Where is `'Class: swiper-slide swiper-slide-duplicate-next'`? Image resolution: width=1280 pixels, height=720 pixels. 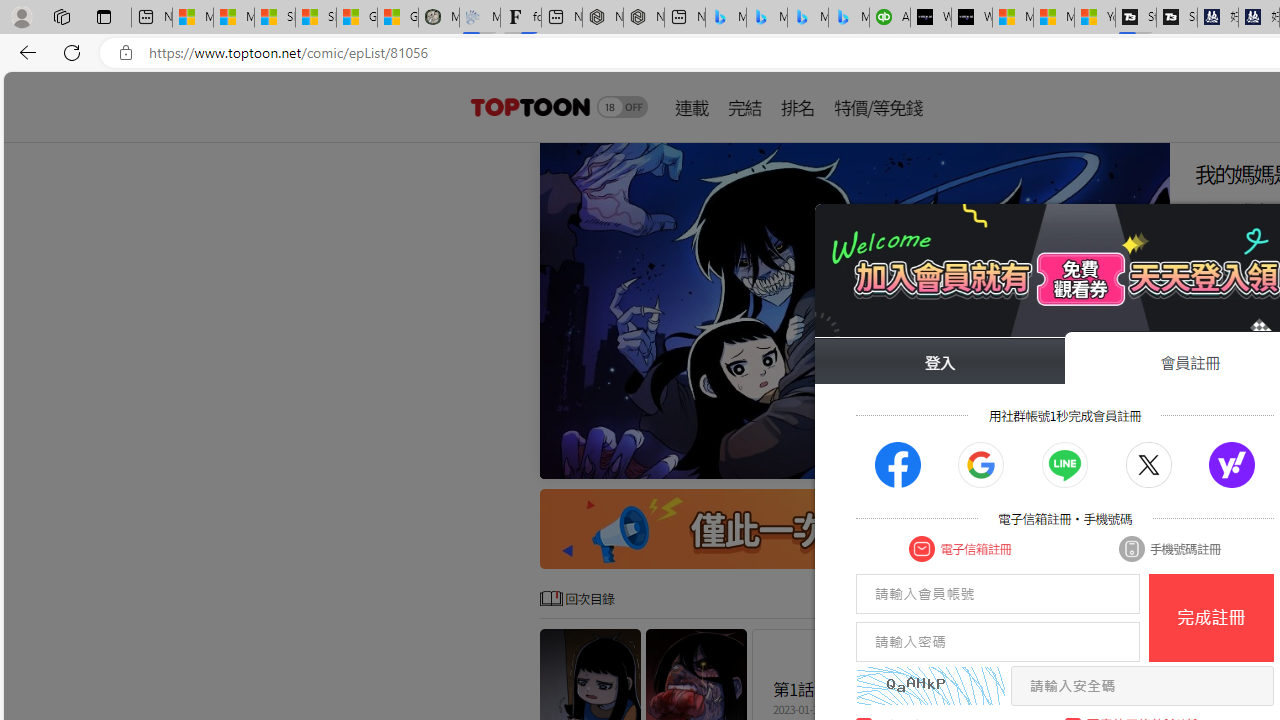 'Class: swiper-slide swiper-slide-duplicate-next' is located at coordinates (855, 311).